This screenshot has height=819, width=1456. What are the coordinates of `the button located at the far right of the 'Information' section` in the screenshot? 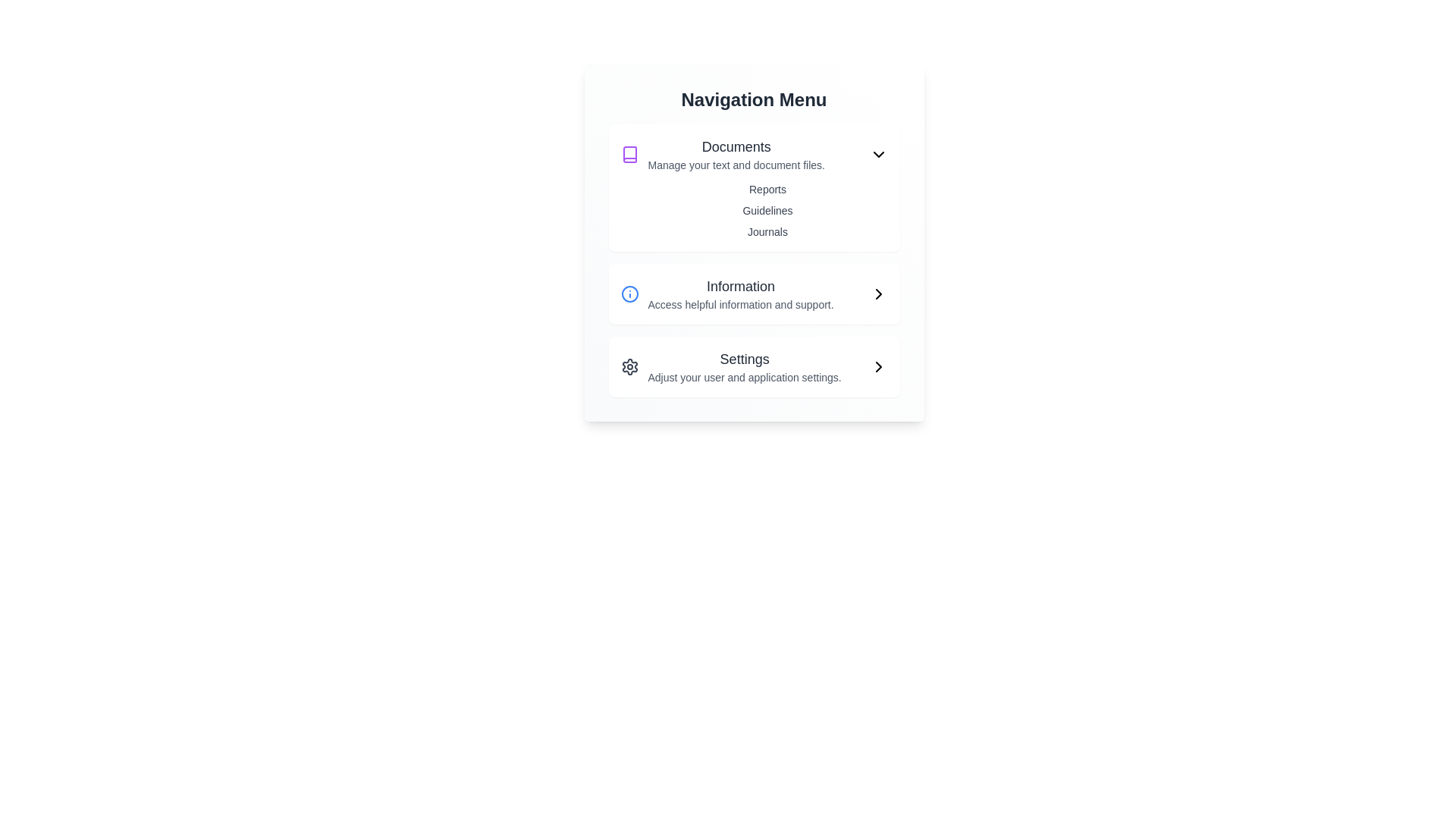 It's located at (878, 294).